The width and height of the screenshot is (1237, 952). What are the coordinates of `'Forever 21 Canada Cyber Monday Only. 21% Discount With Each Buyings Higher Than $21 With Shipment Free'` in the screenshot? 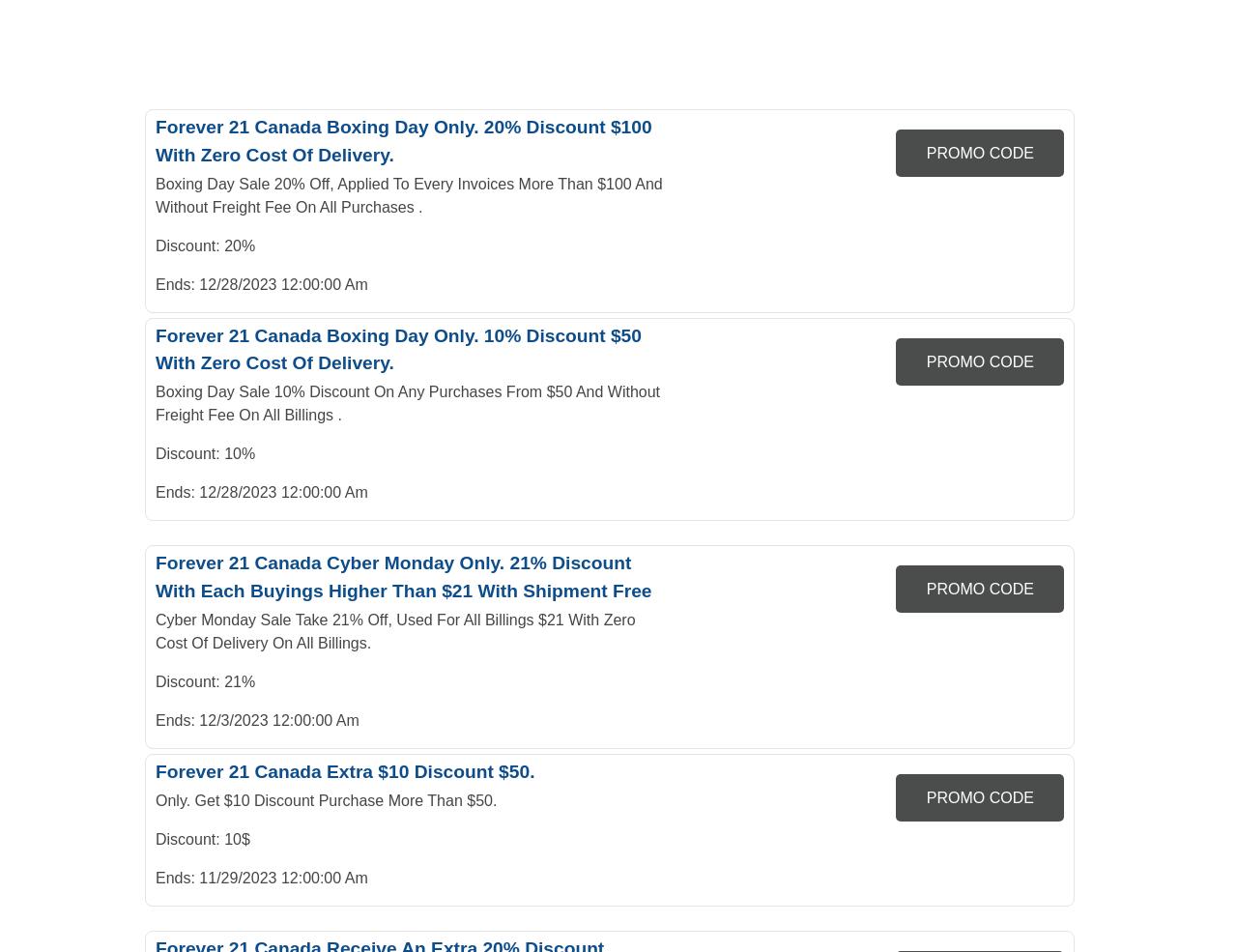 It's located at (402, 576).